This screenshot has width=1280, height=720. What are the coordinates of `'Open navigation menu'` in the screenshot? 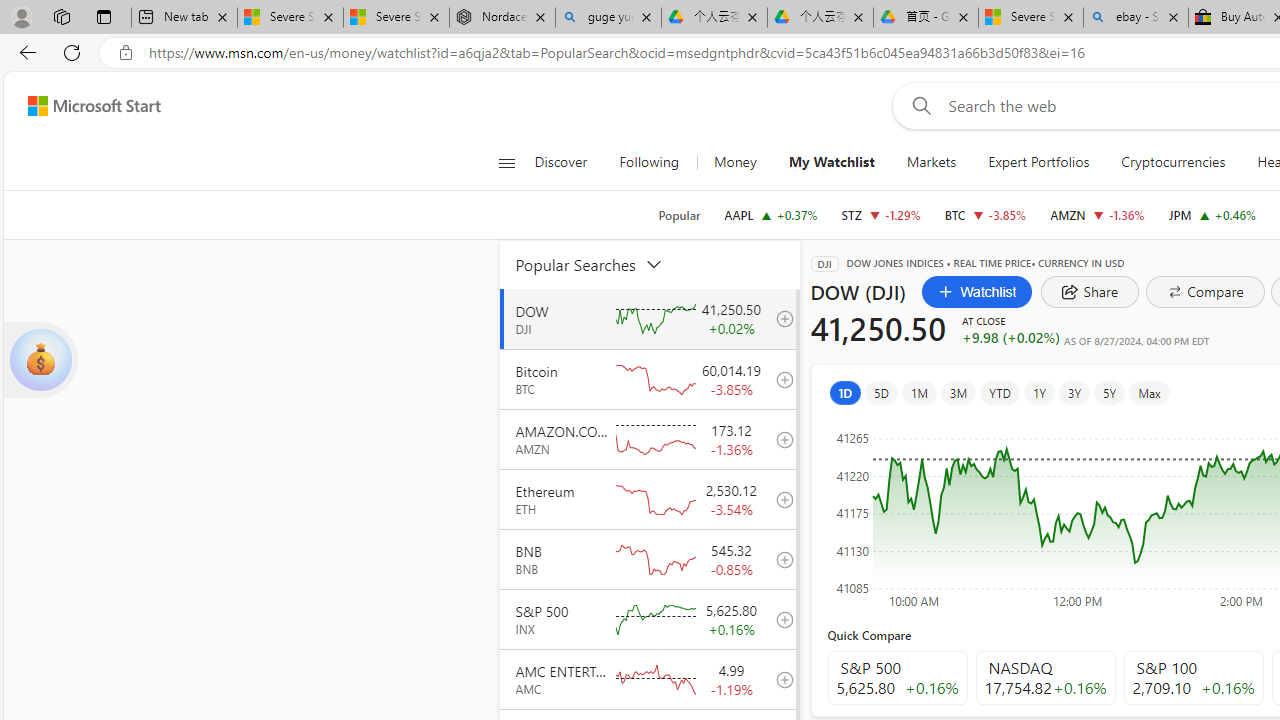 It's located at (506, 162).